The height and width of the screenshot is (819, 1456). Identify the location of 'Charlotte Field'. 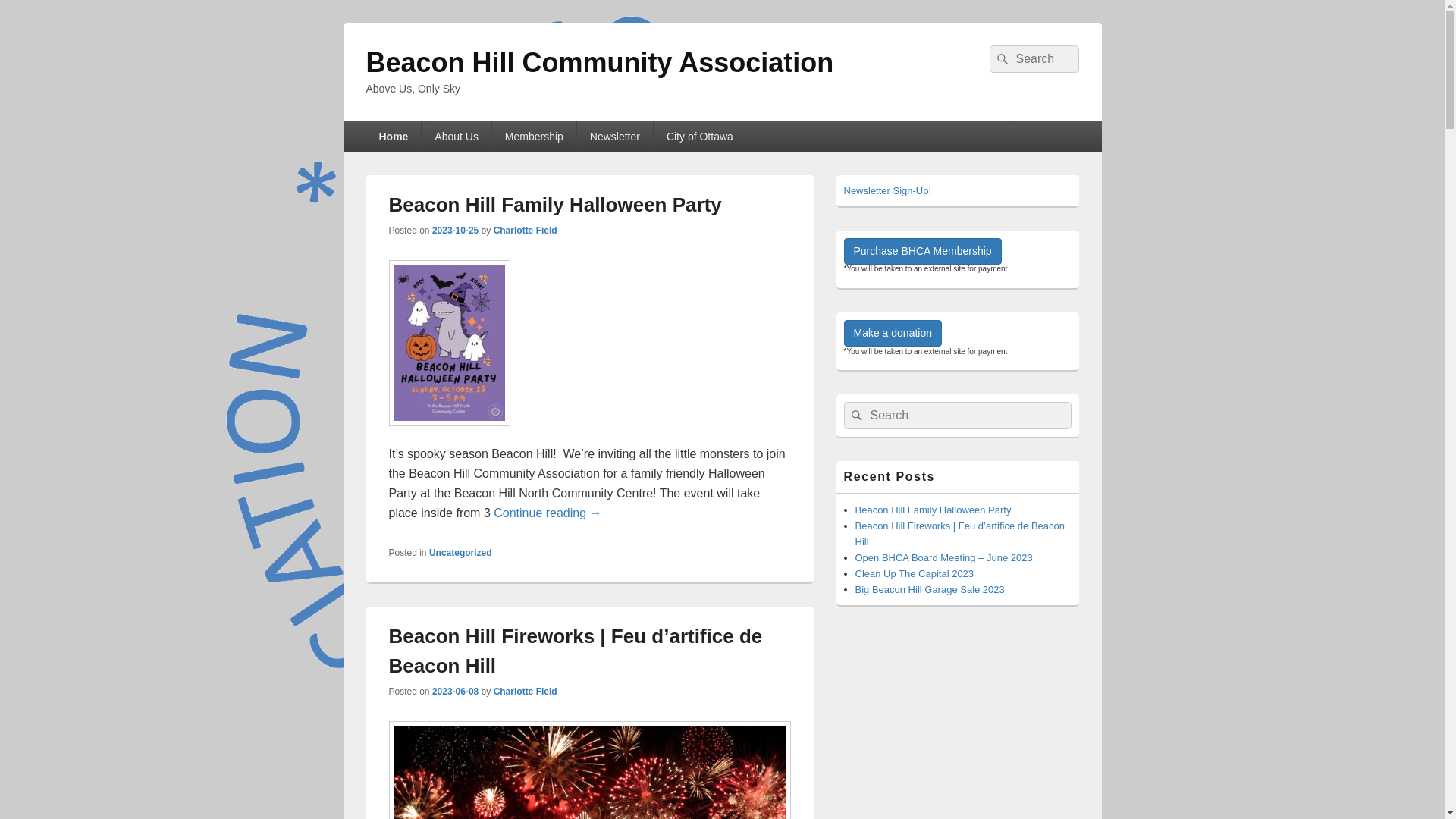
(525, 231).